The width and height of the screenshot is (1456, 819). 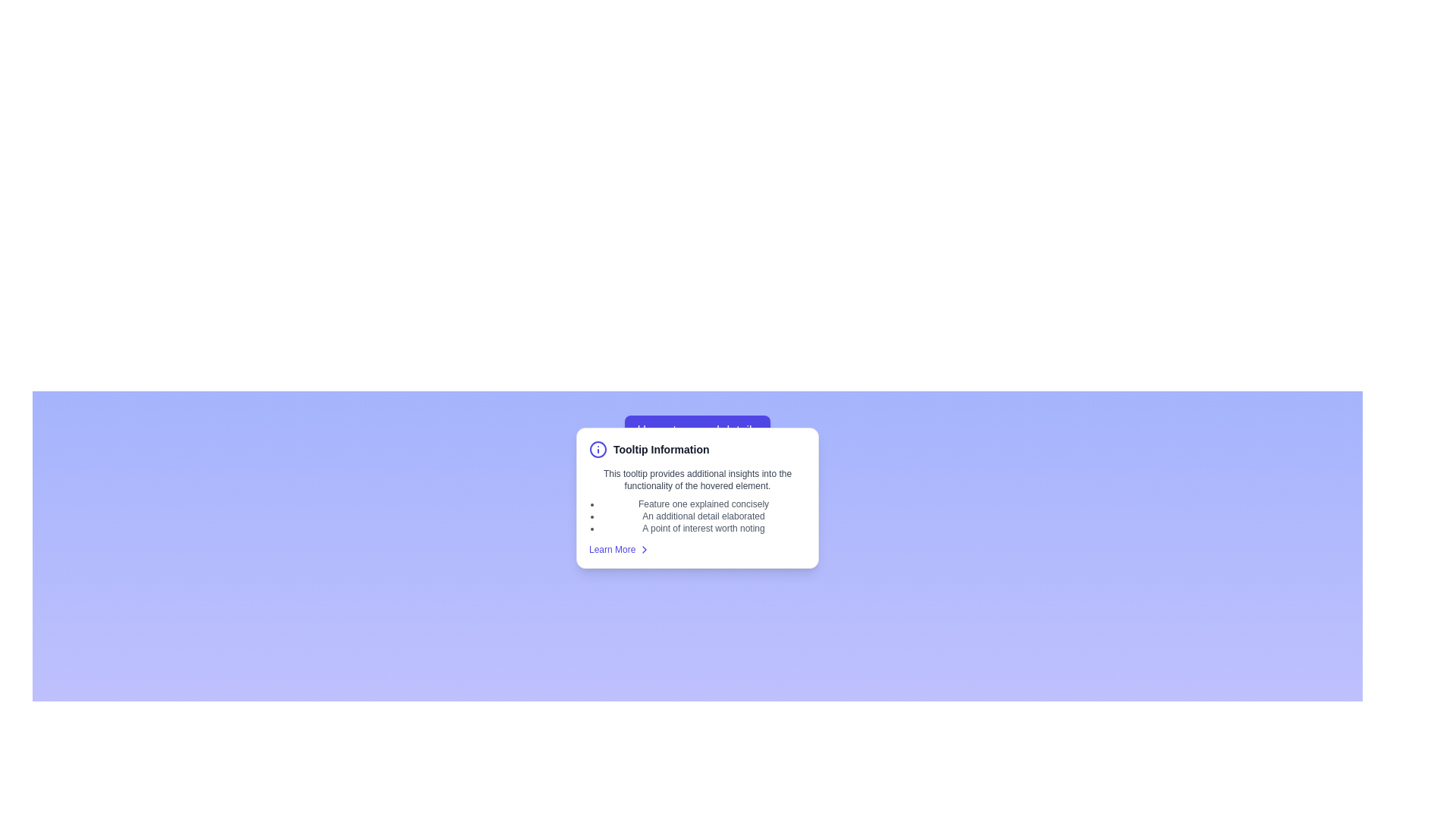 What do you see at coordinates (702, 504) in the screenshot?
I see `the text item that says 'Feature one explained concisely', which is the first bullet point in a tooltip-like box` at bounding box center [702, 504].